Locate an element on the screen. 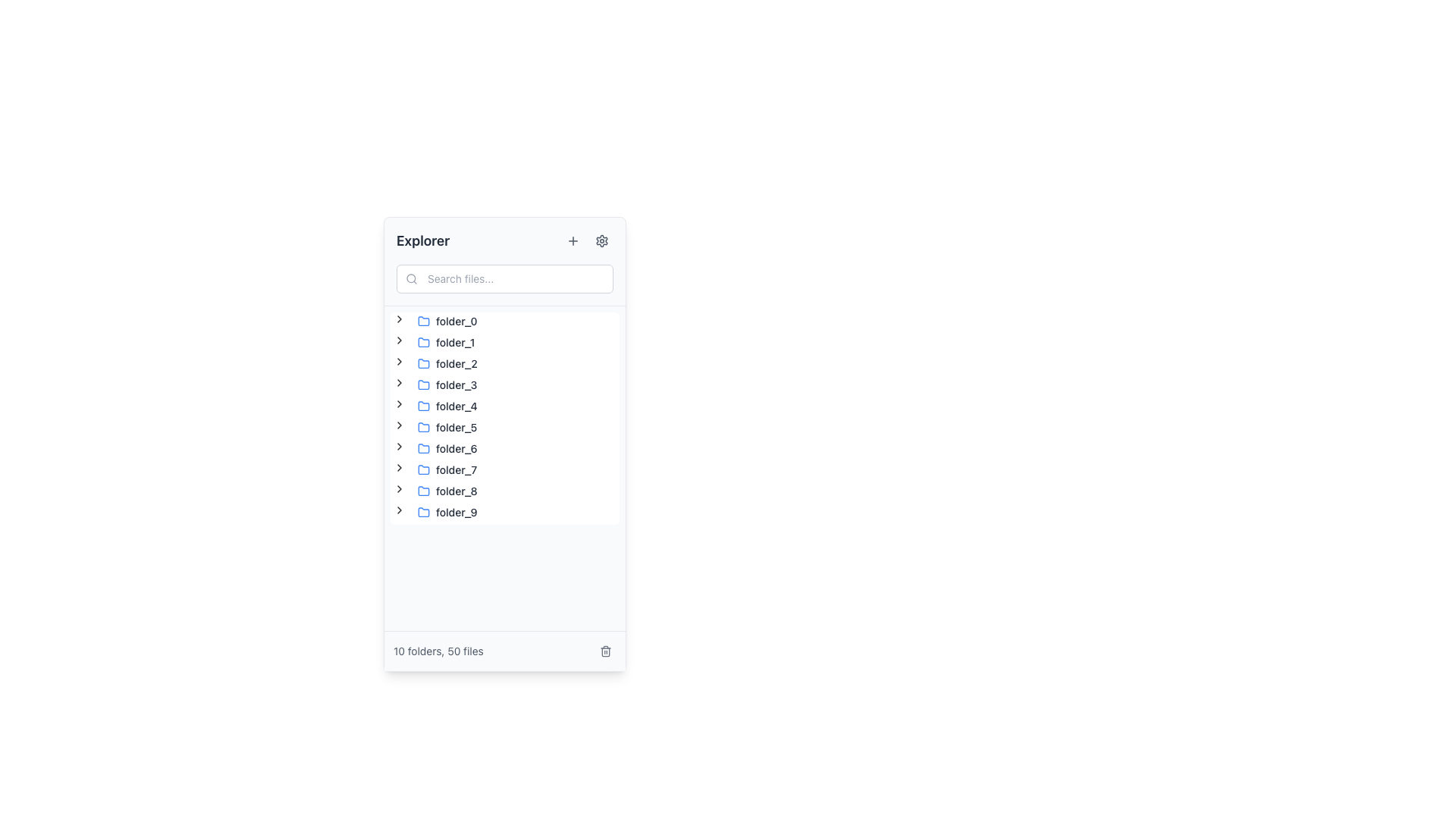  the blue folder icon located before the text 'folder_0' in the vertical list of folder items is located at coordinates (423, 321).